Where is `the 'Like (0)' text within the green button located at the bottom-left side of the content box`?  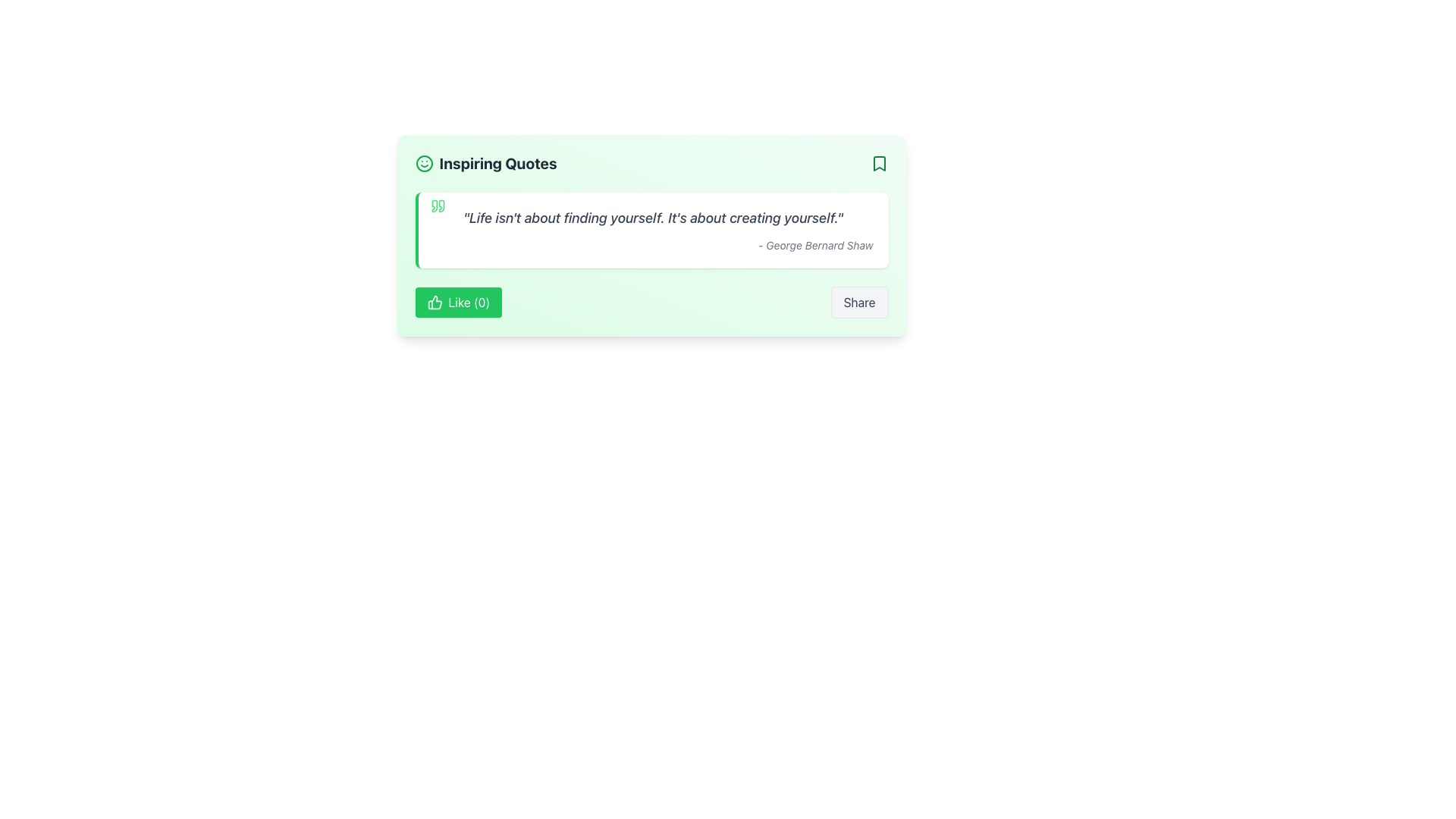
the 'Like (0)' text within the green button located at the bottom-left side of the content box is located at coordinates (468, 302).